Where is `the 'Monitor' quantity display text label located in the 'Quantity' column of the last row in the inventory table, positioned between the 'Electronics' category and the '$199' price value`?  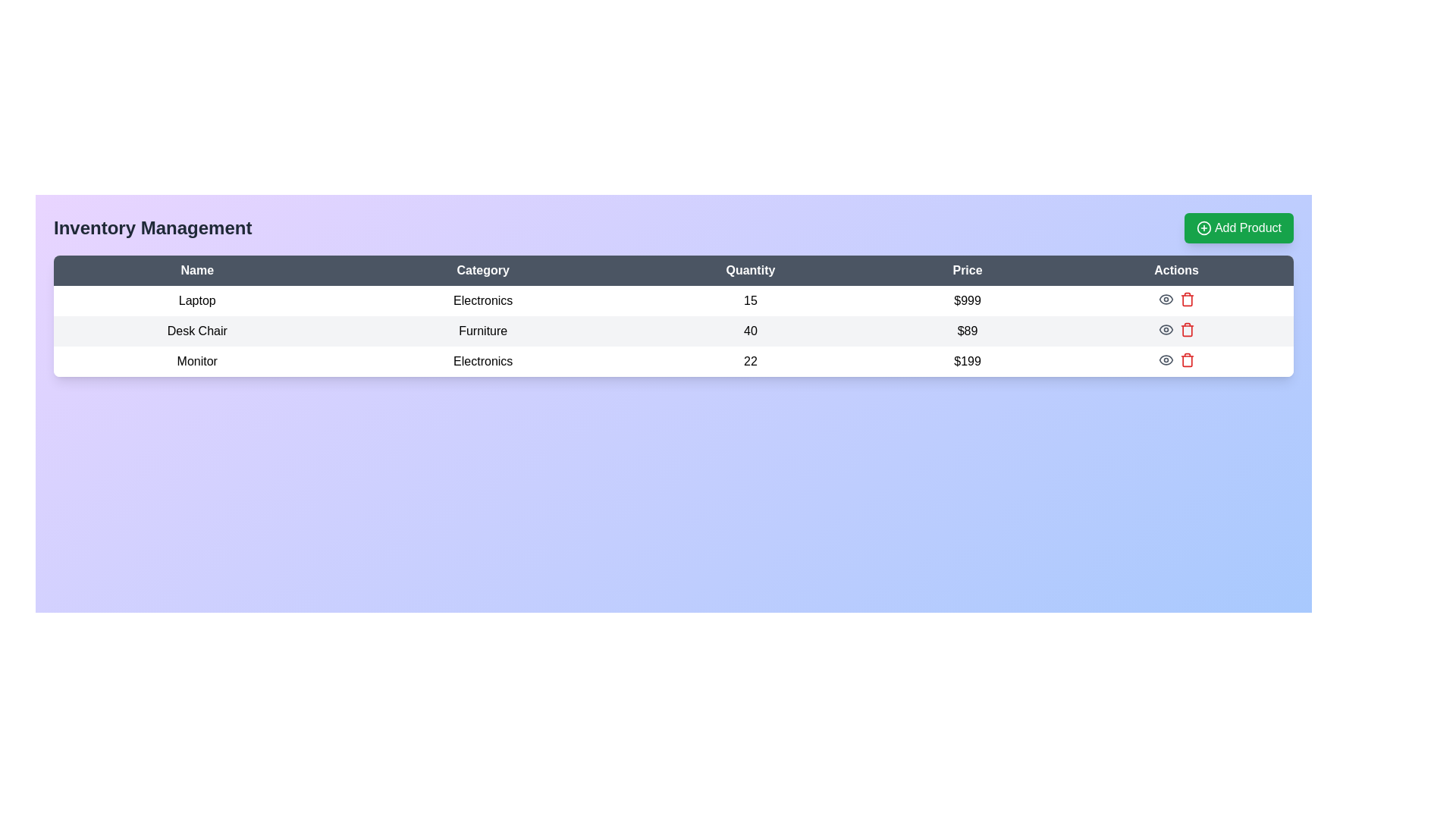 the 'Monitor' quantity display text label located in the 'Quantity' column of the last row in the inventory table, positioned between the 'Electronics' category and the '$199' price value is located at coordinates (750, 362).